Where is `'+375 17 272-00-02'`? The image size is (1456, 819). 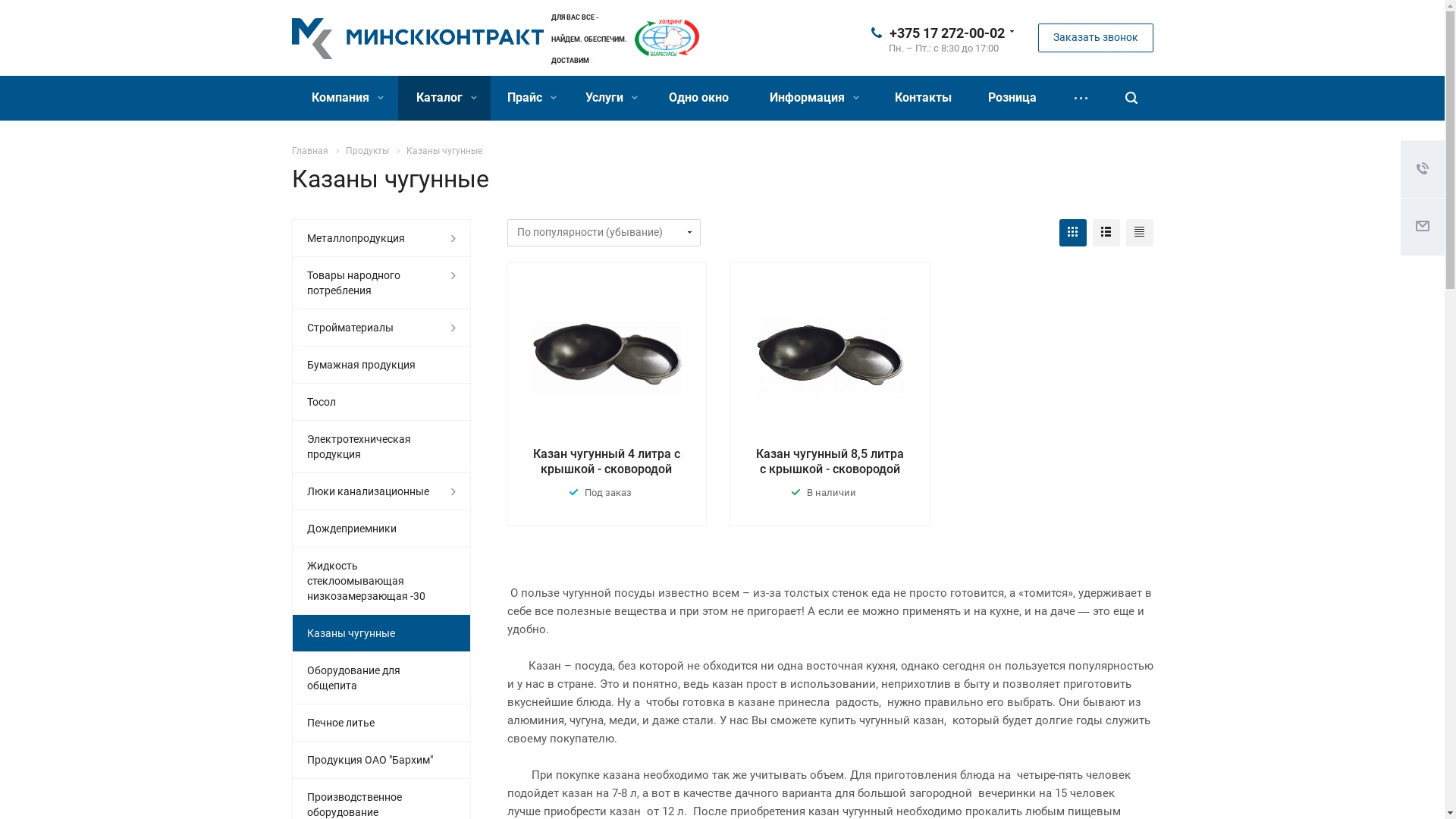 '+375 17 272-00-02' is located at coordinates (888, 32).